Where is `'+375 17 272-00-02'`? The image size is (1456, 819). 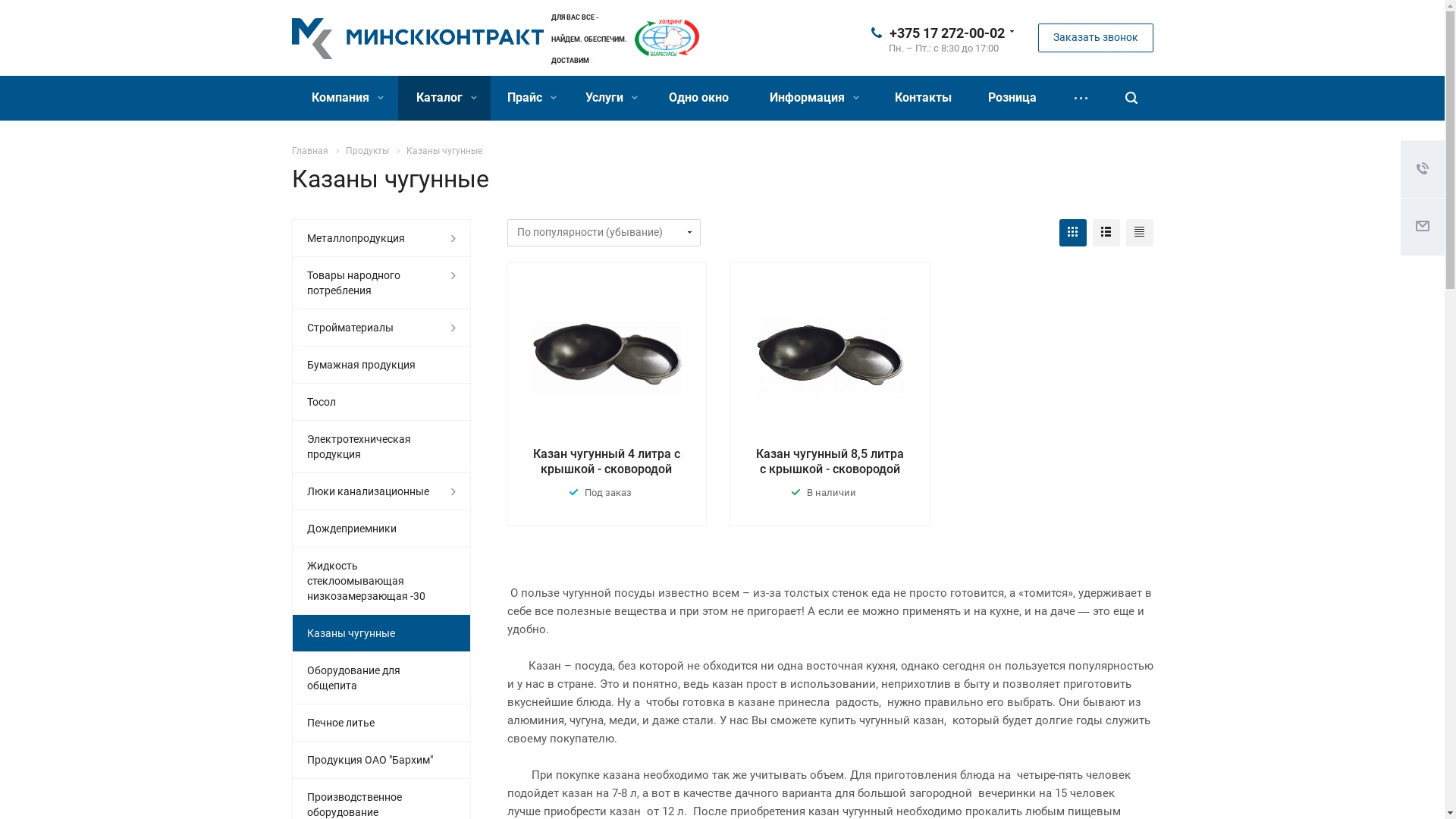 '+375 17 272-00-02' is located at coordinates (888, 32).